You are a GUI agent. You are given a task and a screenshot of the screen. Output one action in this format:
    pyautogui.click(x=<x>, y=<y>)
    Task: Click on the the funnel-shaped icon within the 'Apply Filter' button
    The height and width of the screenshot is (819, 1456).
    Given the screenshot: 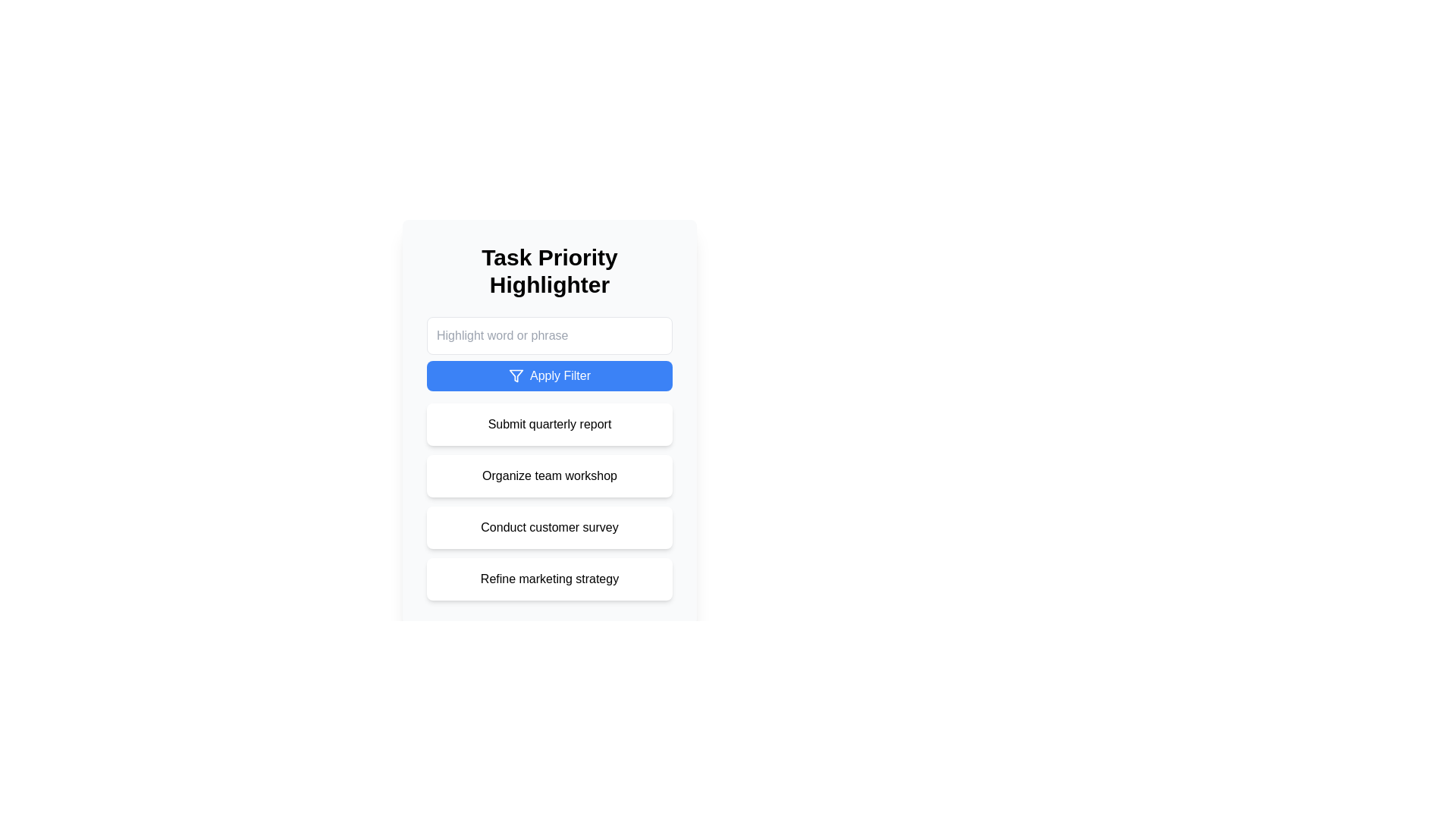 What is the action you would take?
    pyautogui.click(x=516, y=375)
    